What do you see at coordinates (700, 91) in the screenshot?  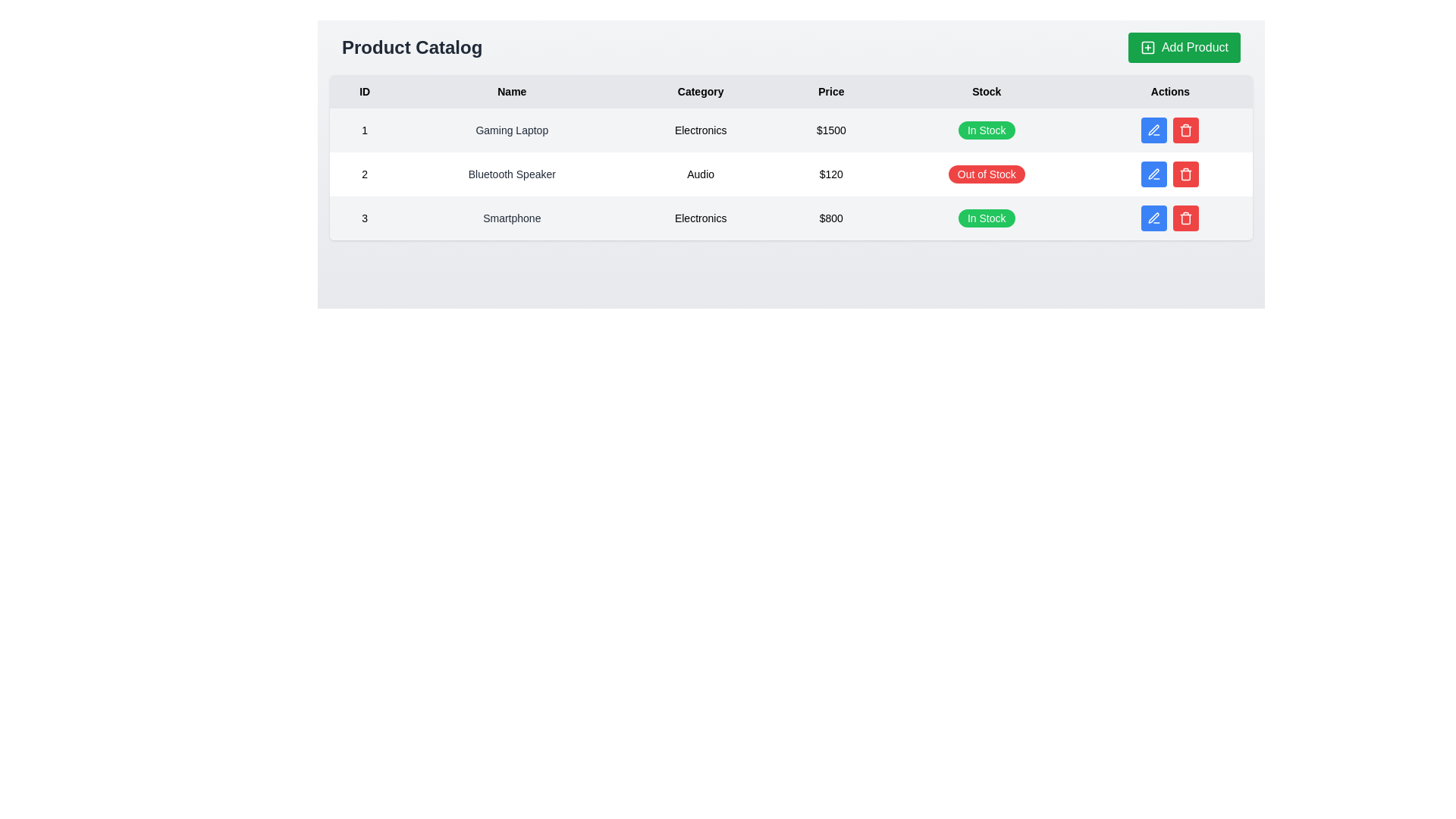 I see `the 'Category' column header in the table, which is centrally aligned and positioned between the 'Name' and 'Price' headers` at bounding box center [700, 91].